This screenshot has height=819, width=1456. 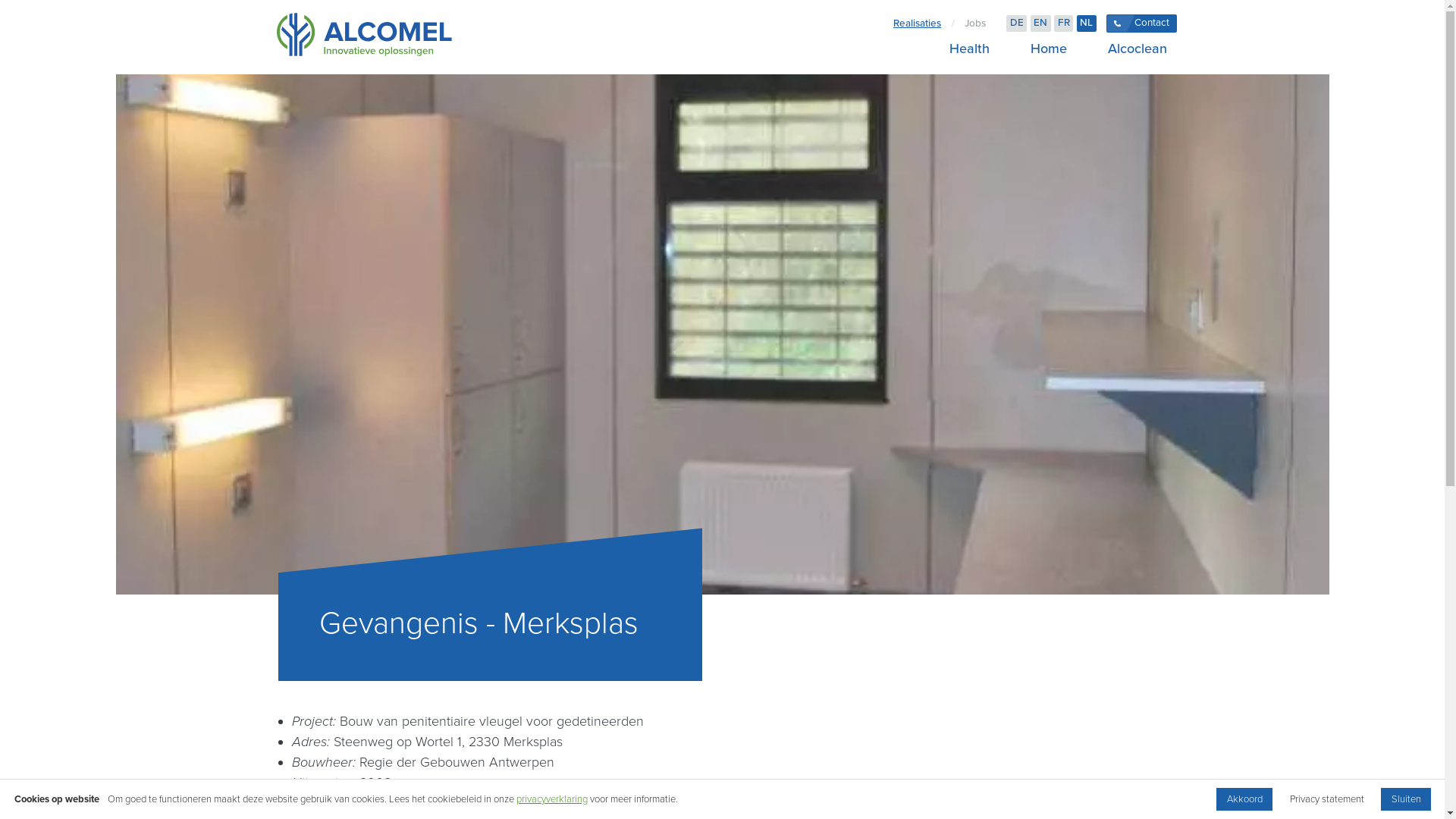 I want to click on 'Realisaties', so click(x=916, y=24).